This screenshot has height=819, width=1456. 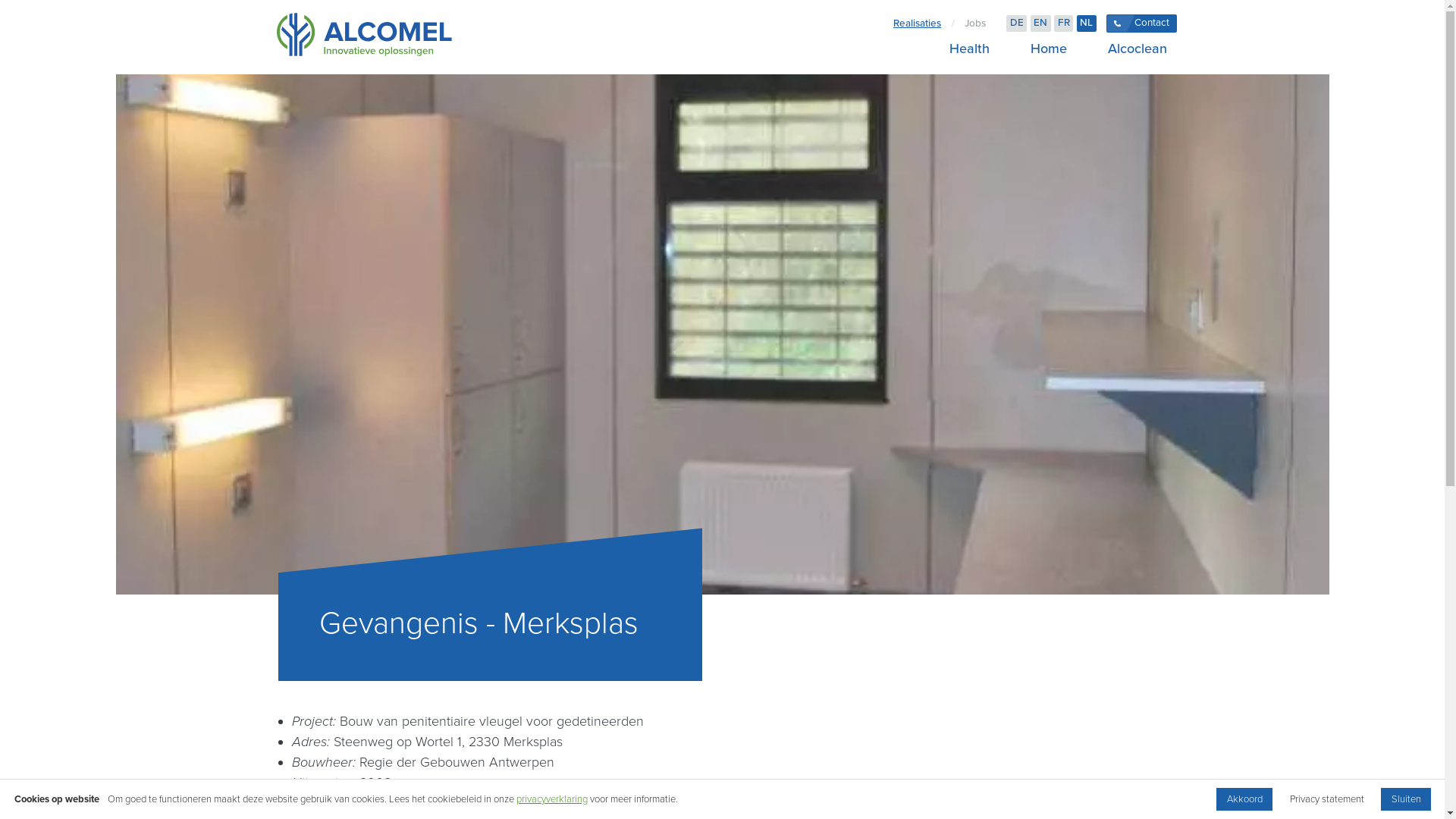 I want to click on 'Realisaties', so click(x=916, y=24).